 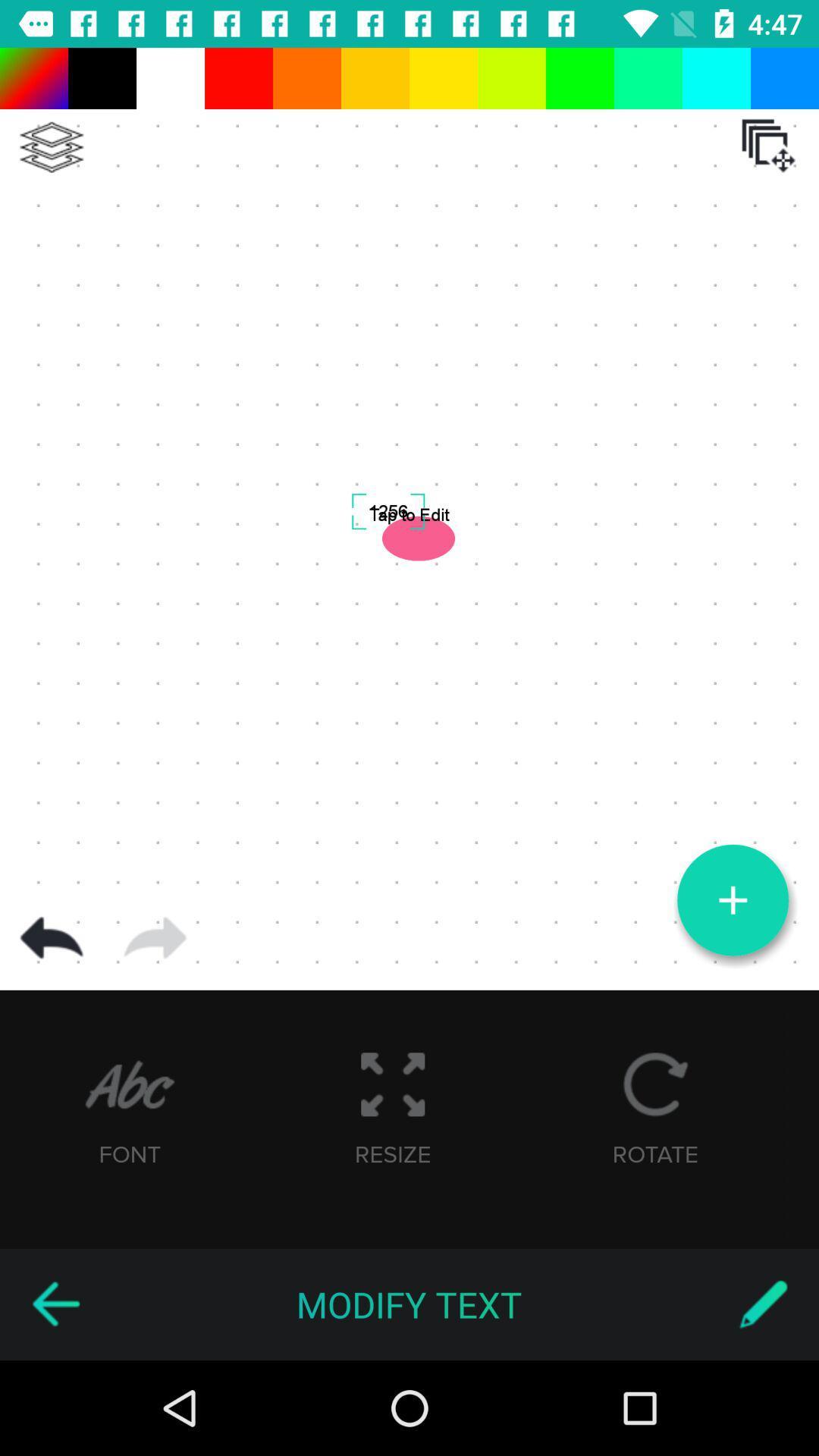 I want to click on new logo, so click(x=732, y=900).